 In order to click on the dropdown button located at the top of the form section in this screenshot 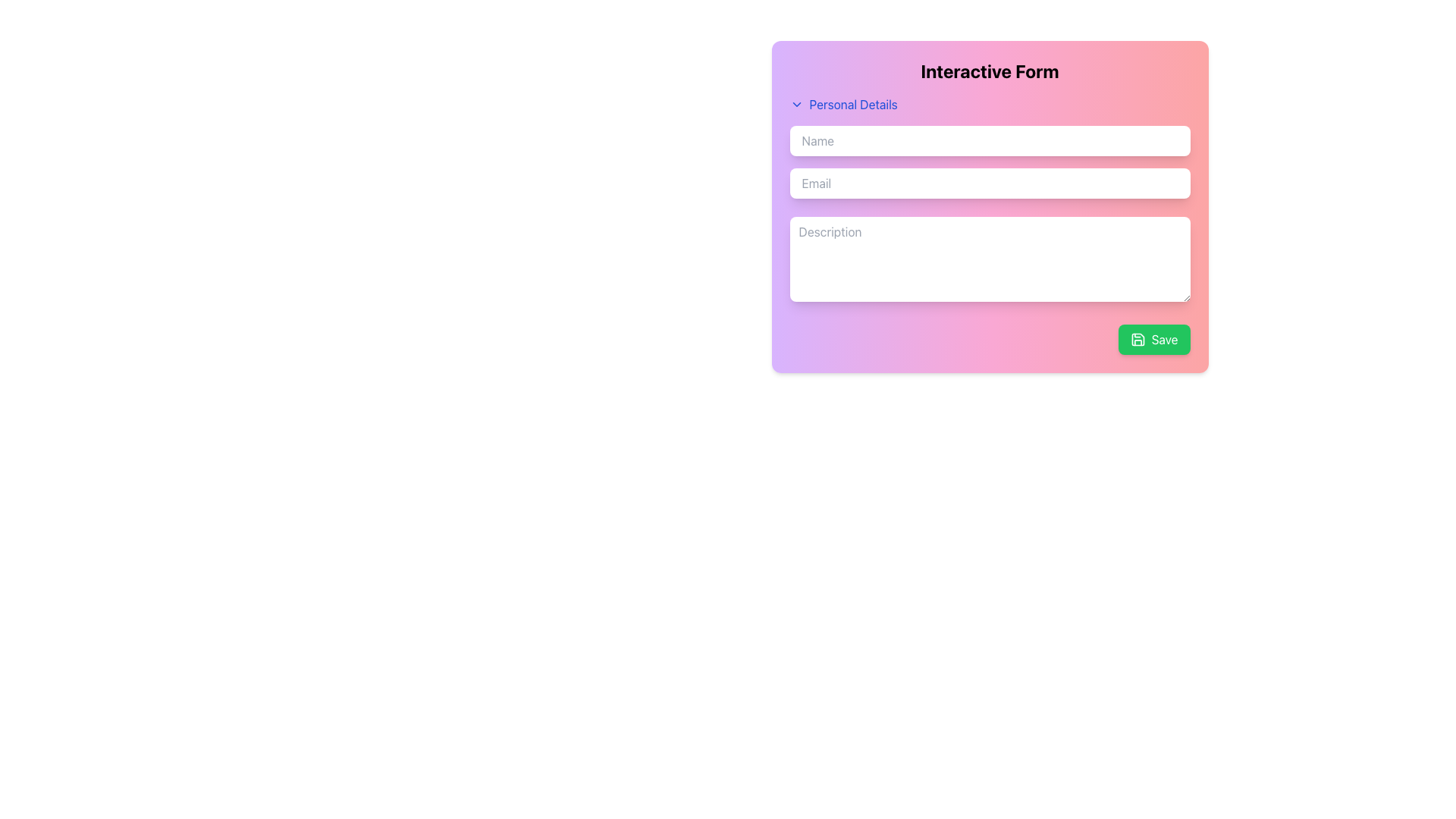, I will do `click(843, 104)`.